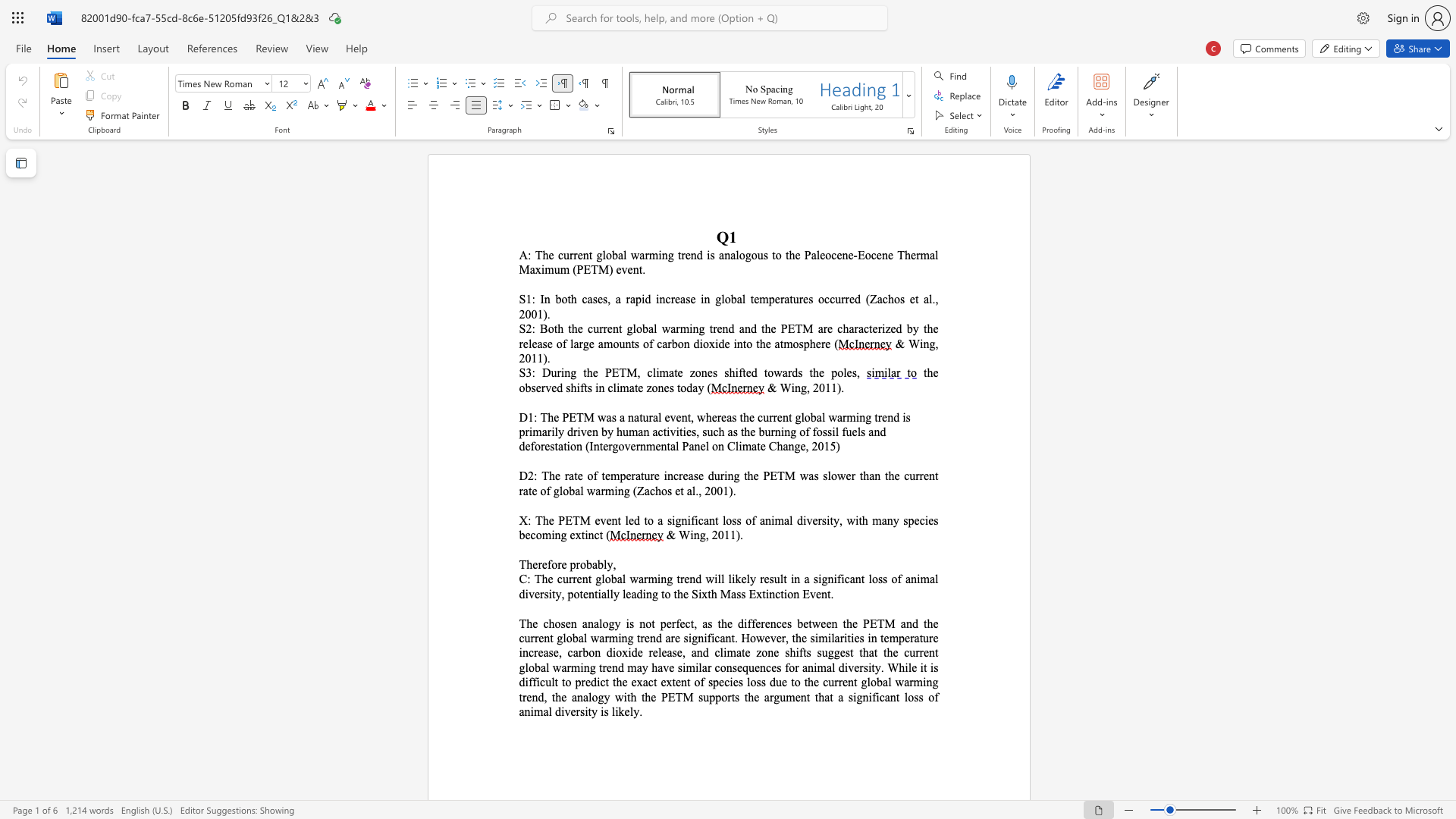 The width and height of the screenshot is (1456, 819). Describe the element at coordinates (522, 667) in the screenshot. I see `the 4th character "g" in the text` at that location.